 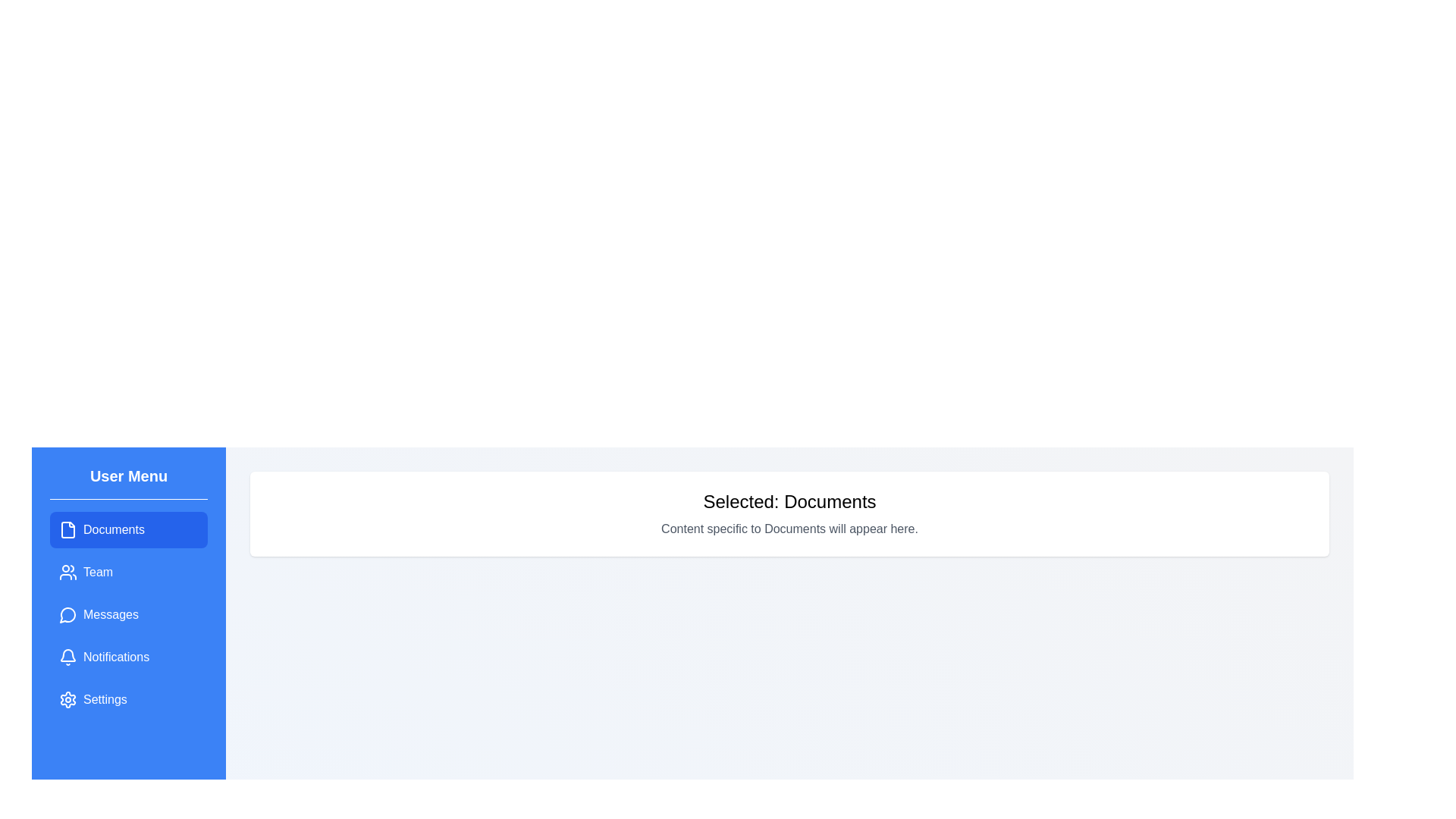 What do you see at coordinates (128, 657) in the screenshot?
I see `the menu item Notifications to change the displayed content` at bounding box center [128, 657].